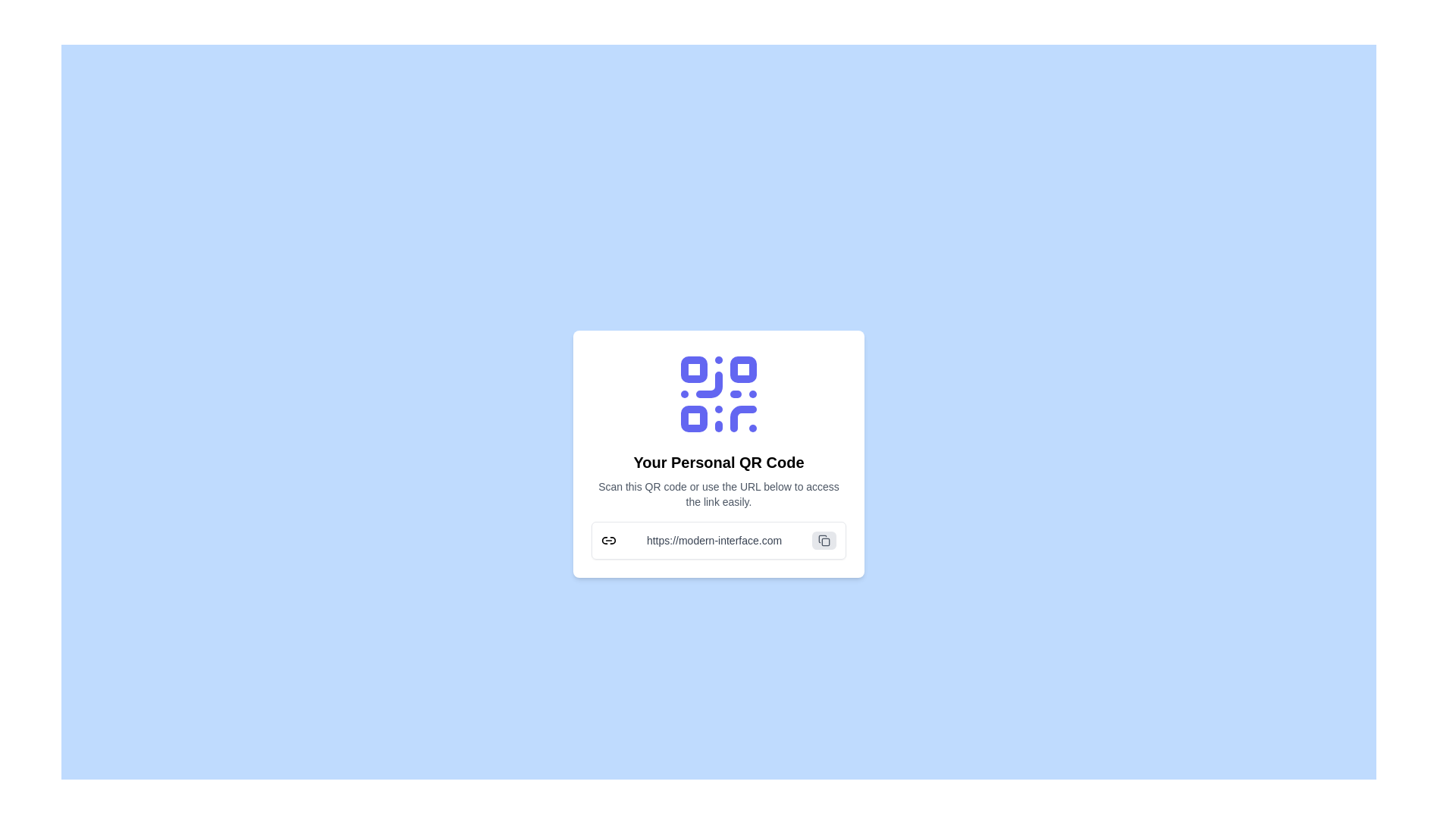  What do you see at coordinates (823, 540) in the screenshot?
I see `the copy clipboard icon button, which is located at the rightmost end of a rounded rectangle component with a light gray background` at bounding box center [823, 540].